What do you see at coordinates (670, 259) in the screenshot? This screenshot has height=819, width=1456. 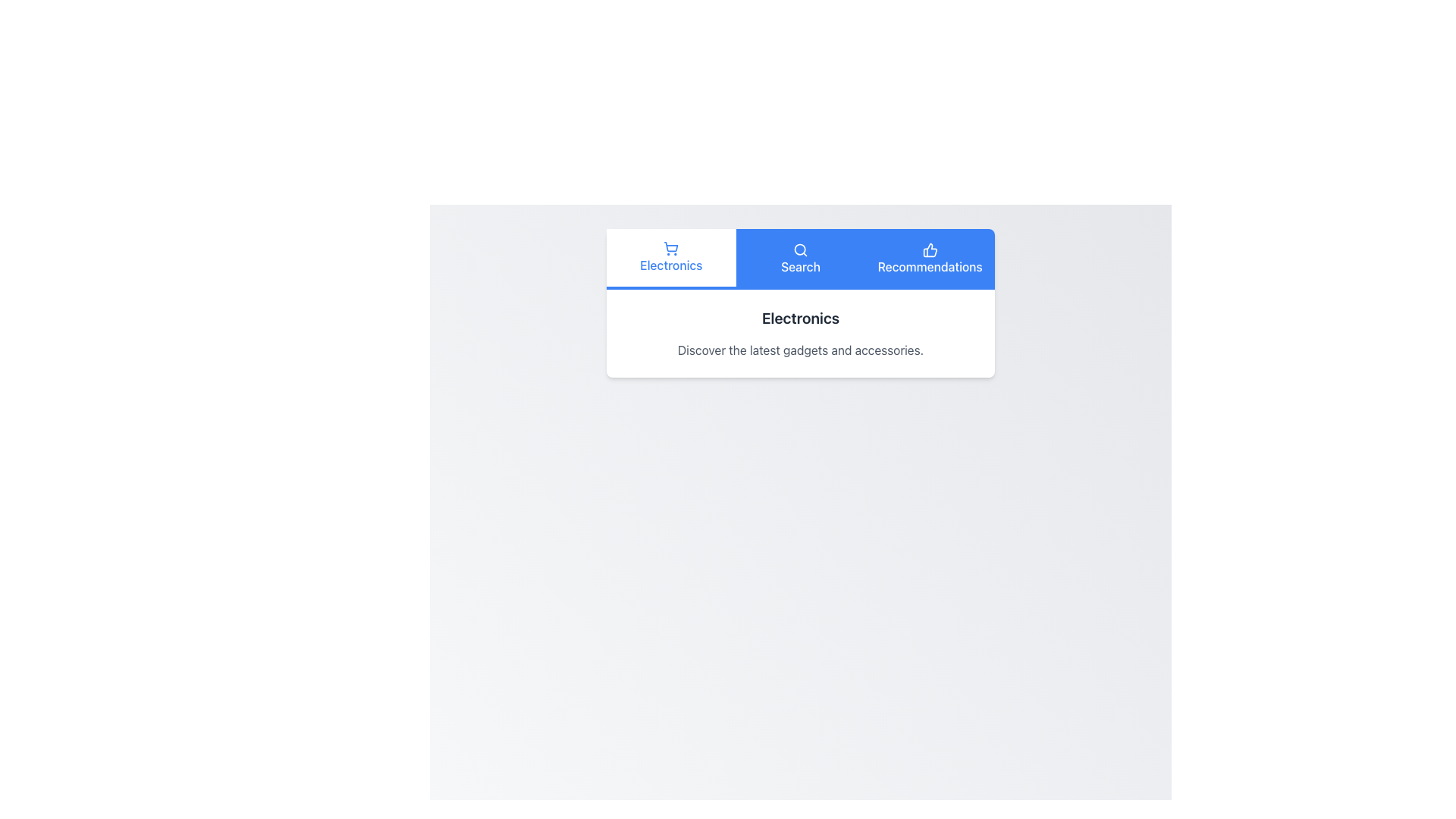 I see `the 'Electronics' button, which is the first button in a horizontal alignment with blue text and a shopping cart icon` at bounding box center [670, 259].